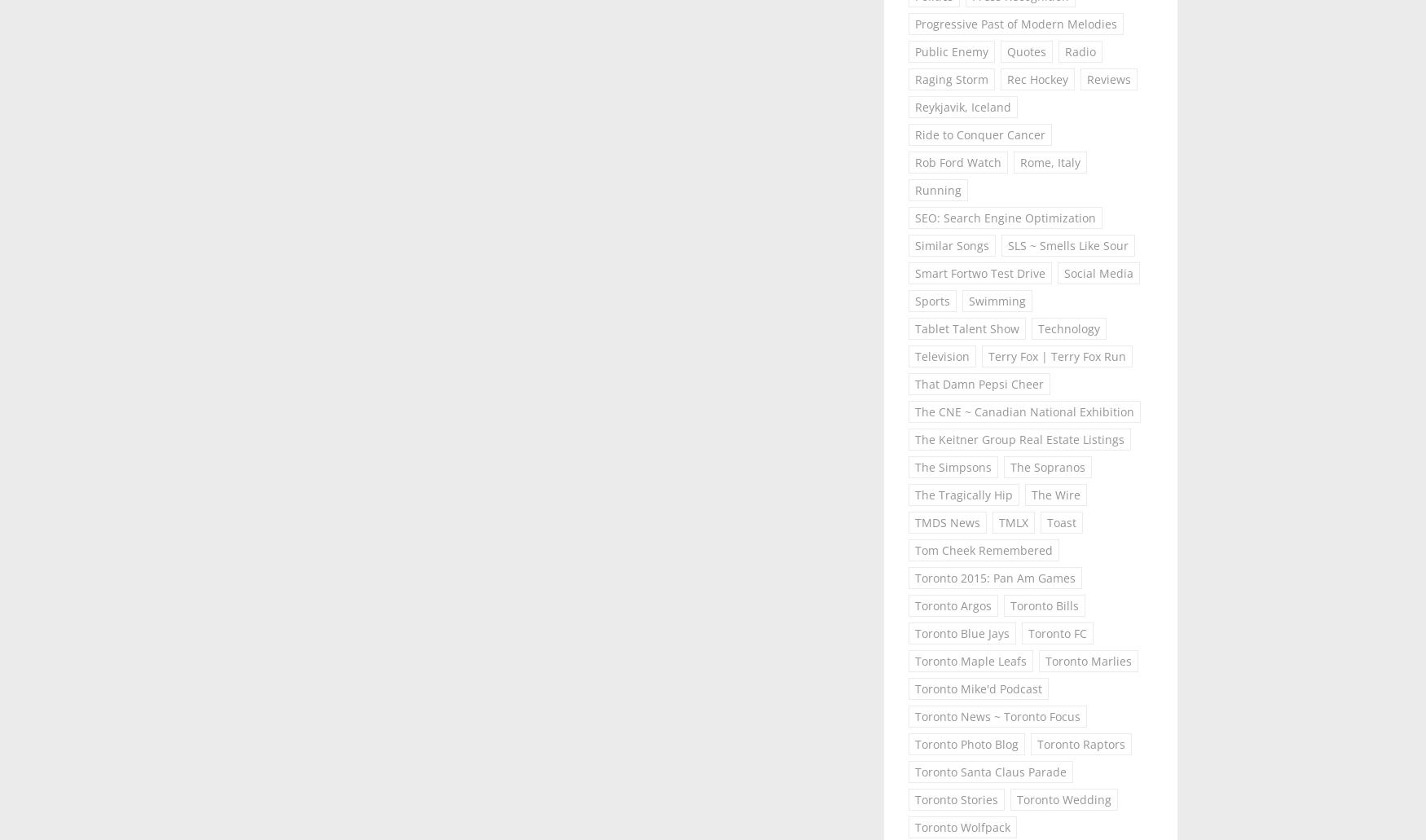 Image resolution: width=1426 pixels, height=840 pixels. Describe the element at coordinates (991, 770) in the screenshot. I see `'Toronto Santa Claus Parade'` at that location.